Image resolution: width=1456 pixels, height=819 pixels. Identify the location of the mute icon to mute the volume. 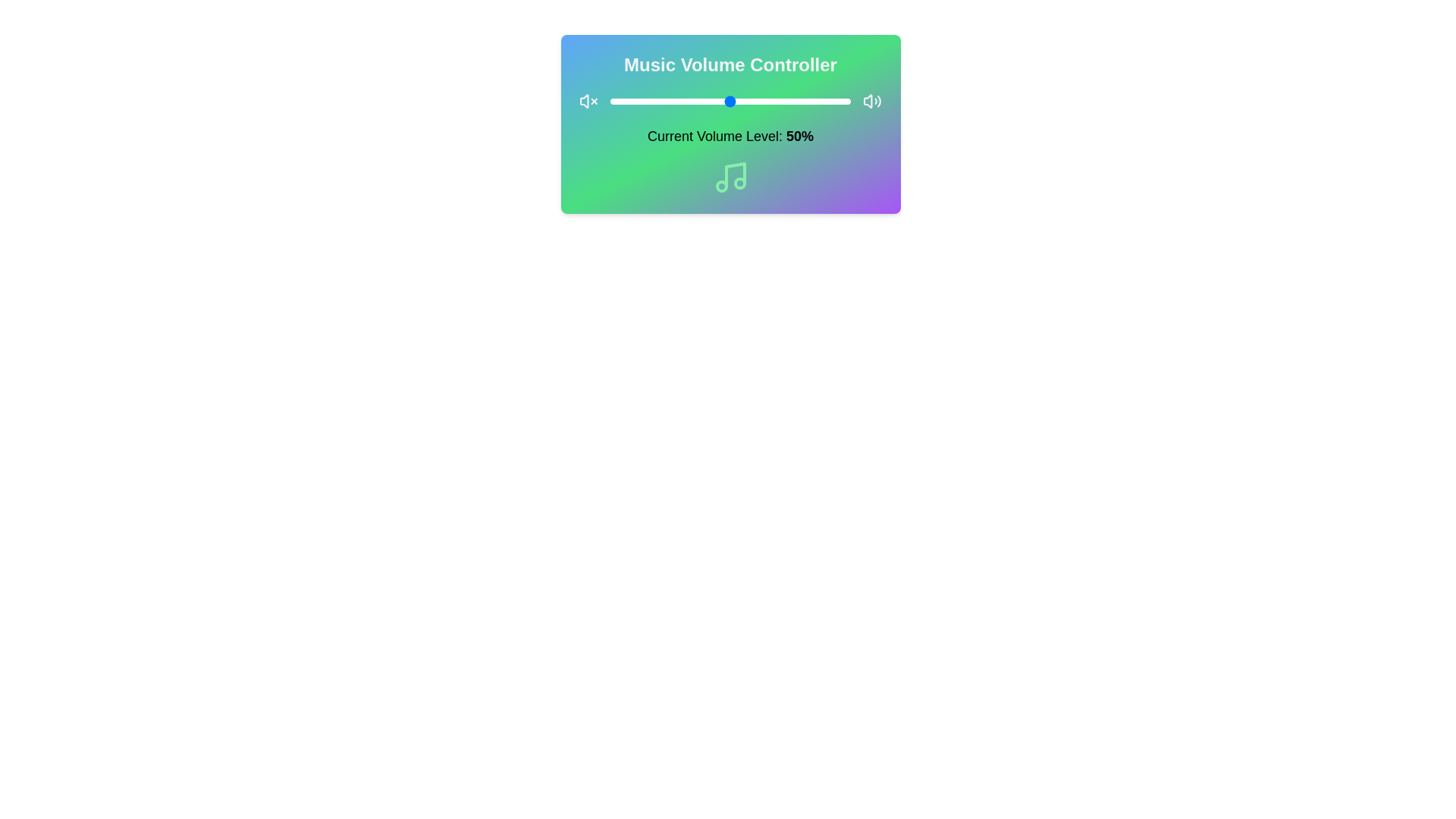
(588, 102).